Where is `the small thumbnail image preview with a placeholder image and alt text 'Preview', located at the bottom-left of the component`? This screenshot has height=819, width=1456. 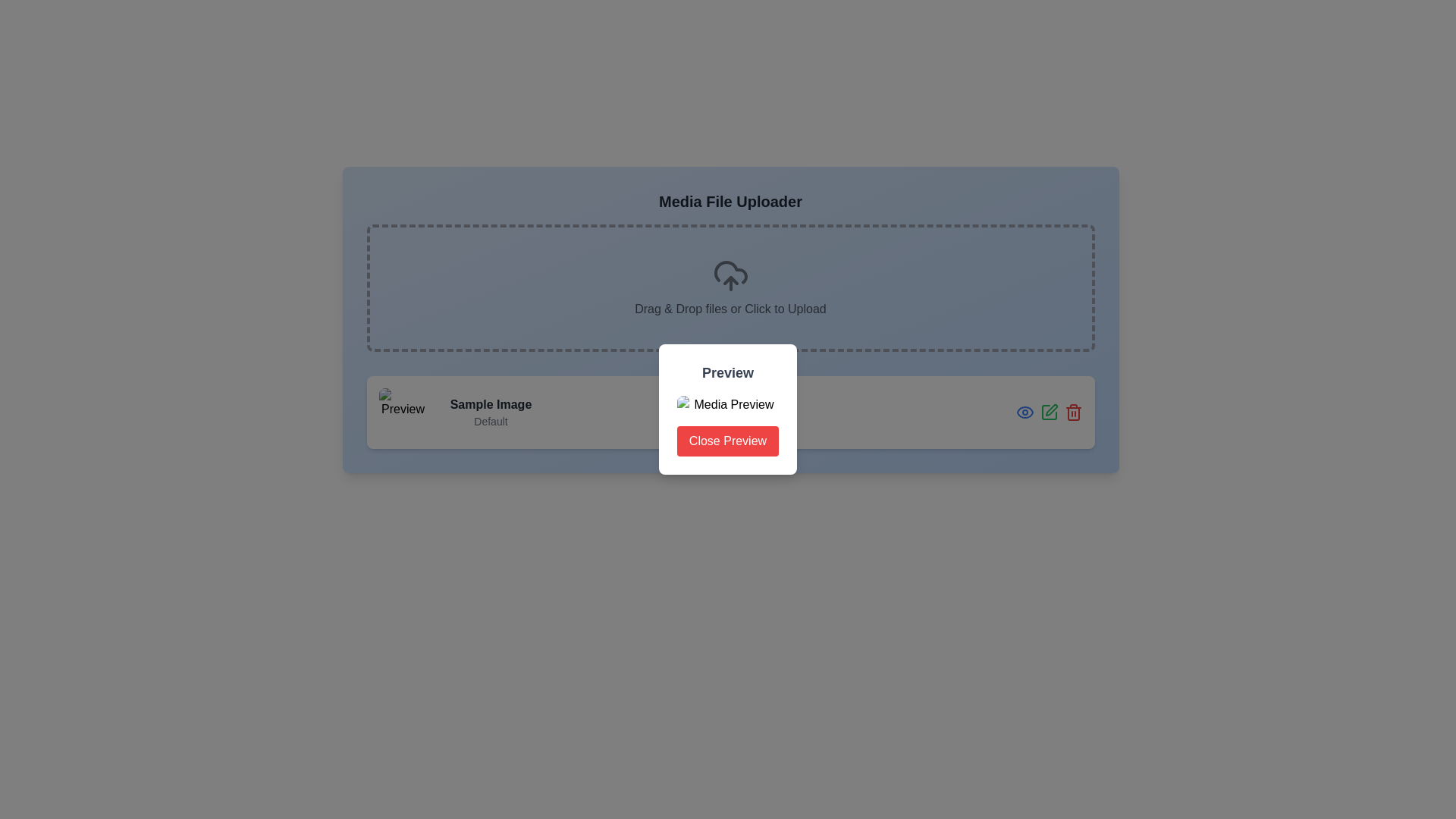
the small thumbnail image preview with a placeholder image and alt text 'Preview', located at the bottom-left of the component is located at coordinates (403, 412).